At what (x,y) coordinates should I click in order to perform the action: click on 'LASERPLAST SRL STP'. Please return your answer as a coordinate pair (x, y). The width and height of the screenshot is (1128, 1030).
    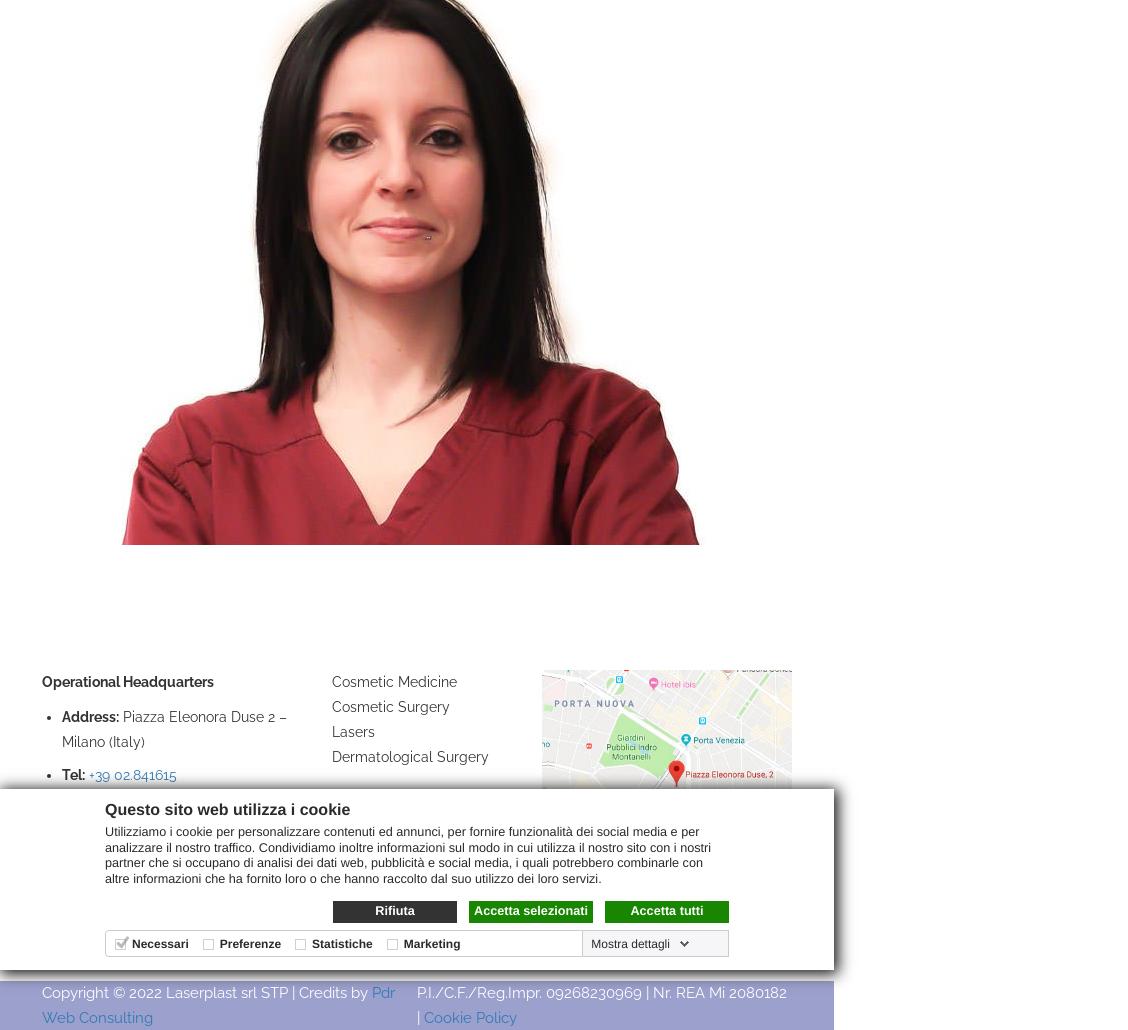
    Looking at the image, I should click on (120, 635).